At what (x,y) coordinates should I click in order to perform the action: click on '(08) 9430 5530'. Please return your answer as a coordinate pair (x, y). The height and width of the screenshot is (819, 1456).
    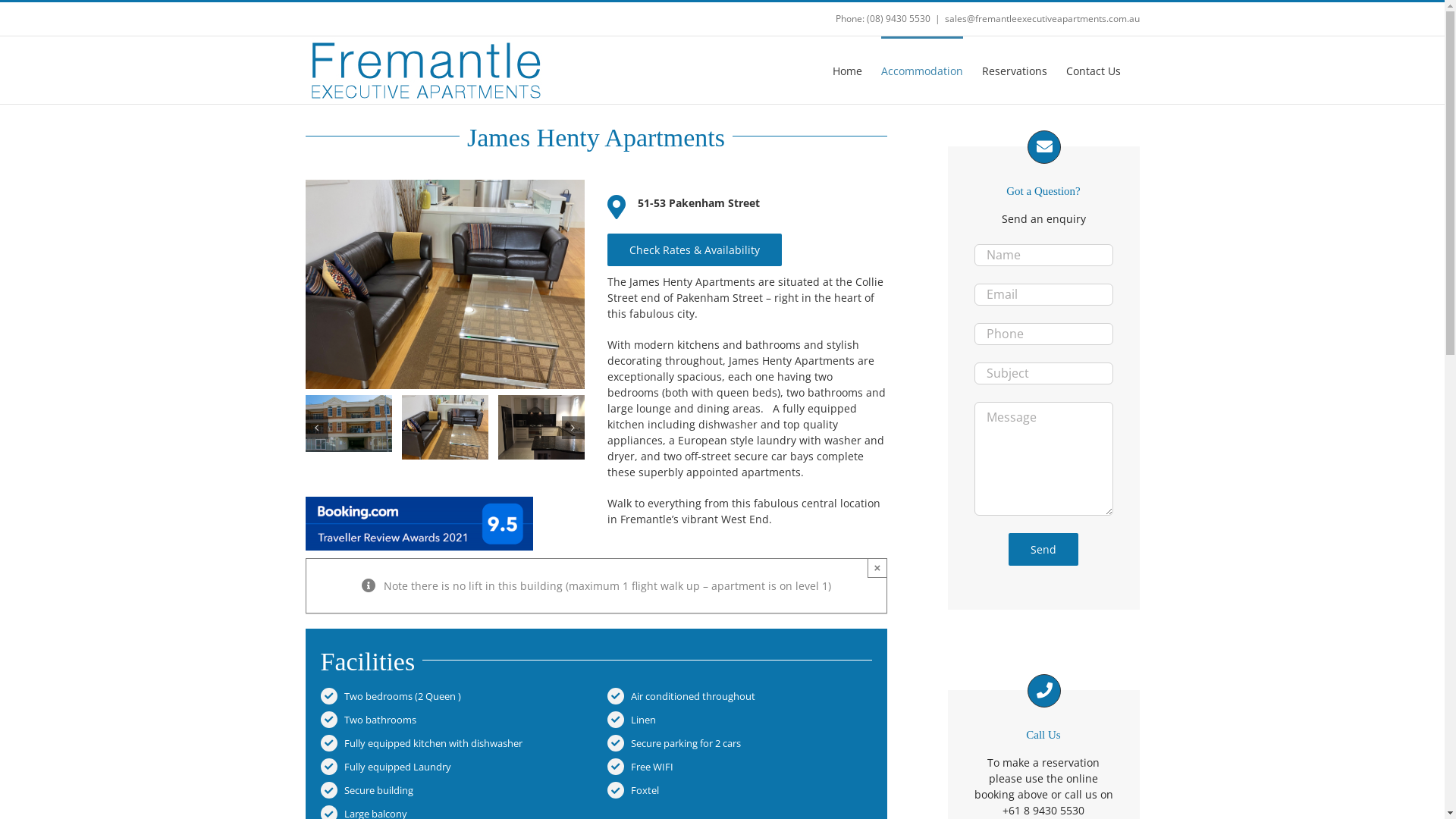
    Looking at the image, I should click on (898, 18).